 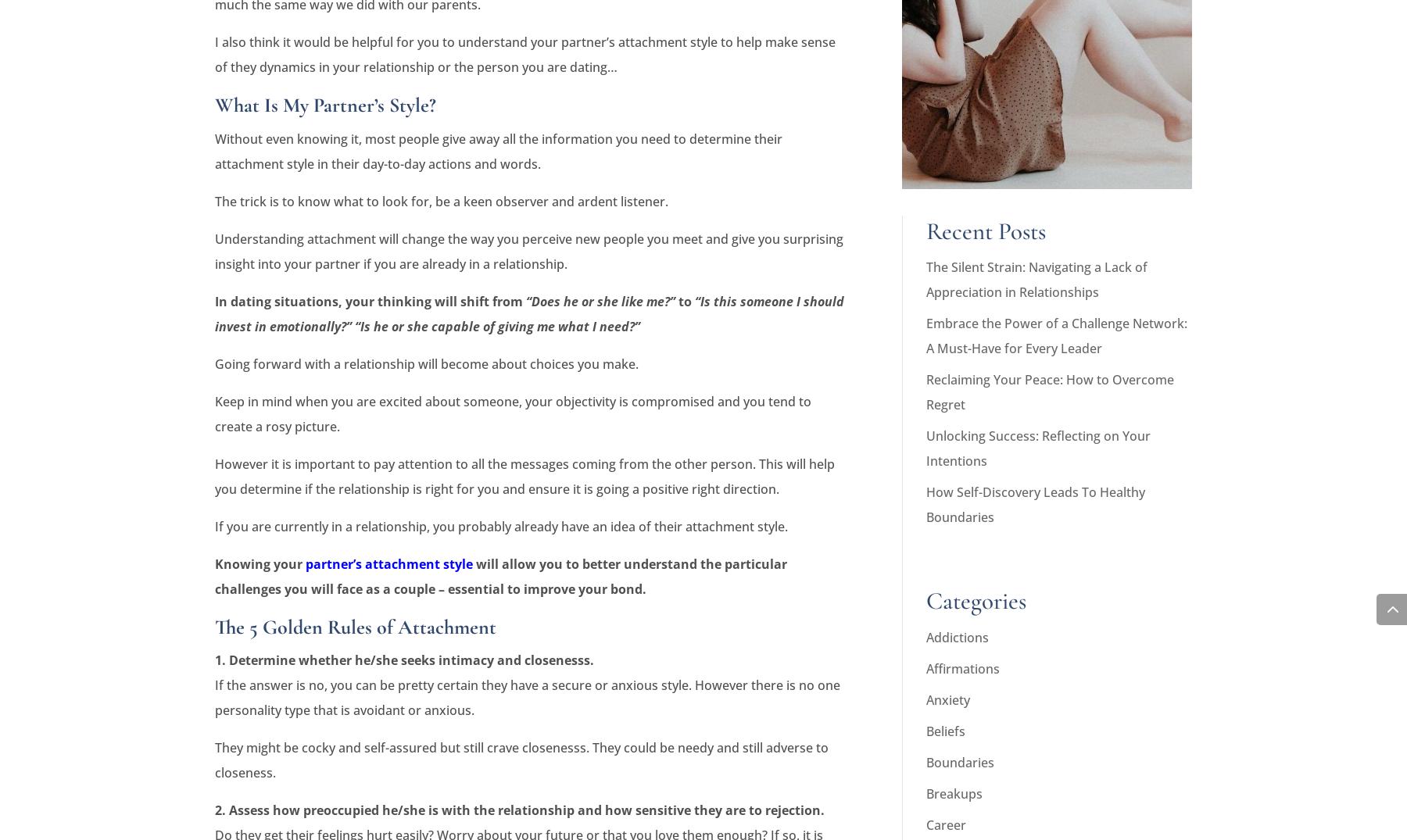 What do you see at coordinates (953, 792) in the screenshot?
I see `'Breakups'` at bounding box center [953, 792].